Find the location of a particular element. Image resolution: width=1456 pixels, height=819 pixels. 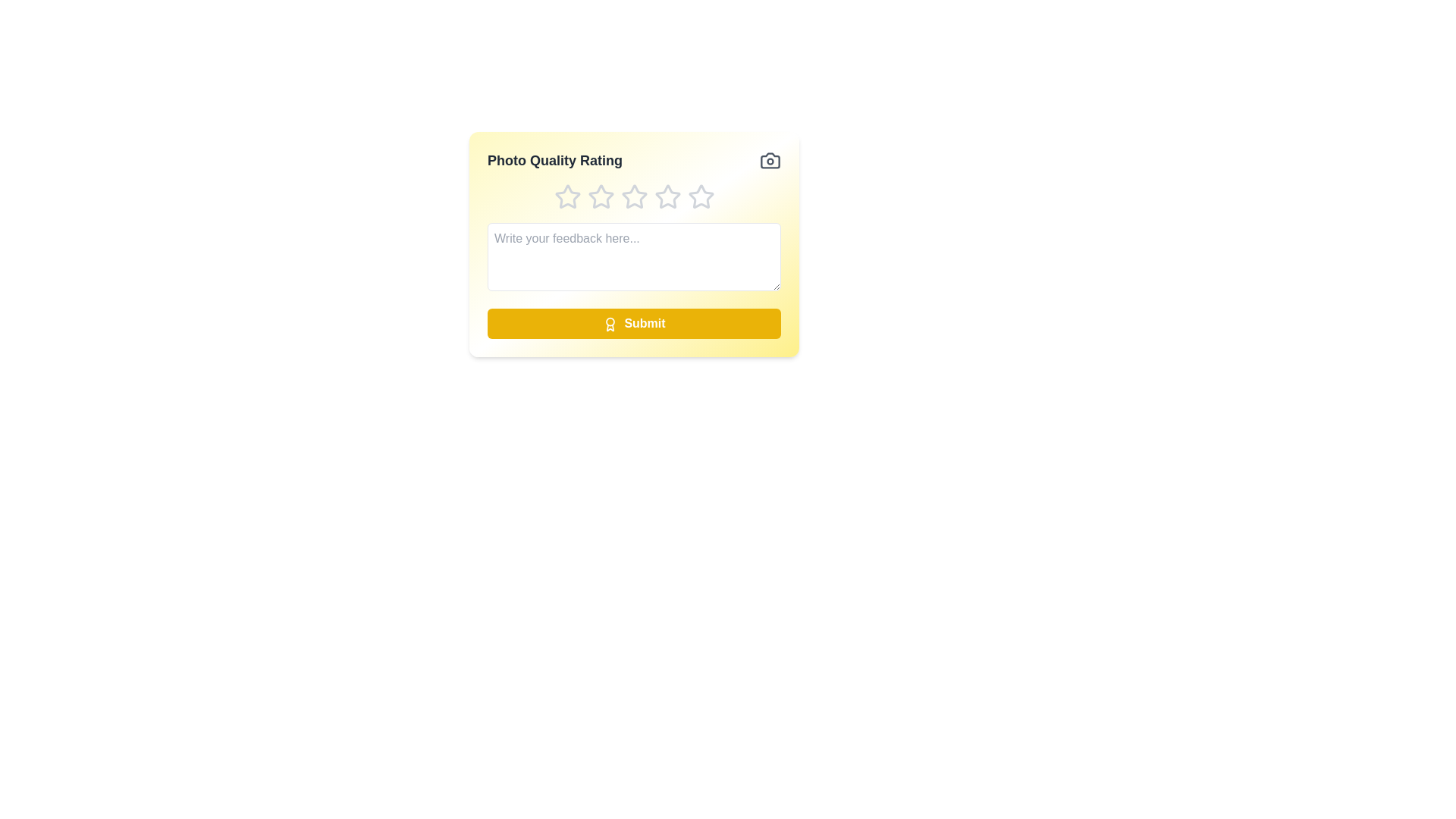

the star corresponding to the rating 1 is located at coordinates (566, 196).